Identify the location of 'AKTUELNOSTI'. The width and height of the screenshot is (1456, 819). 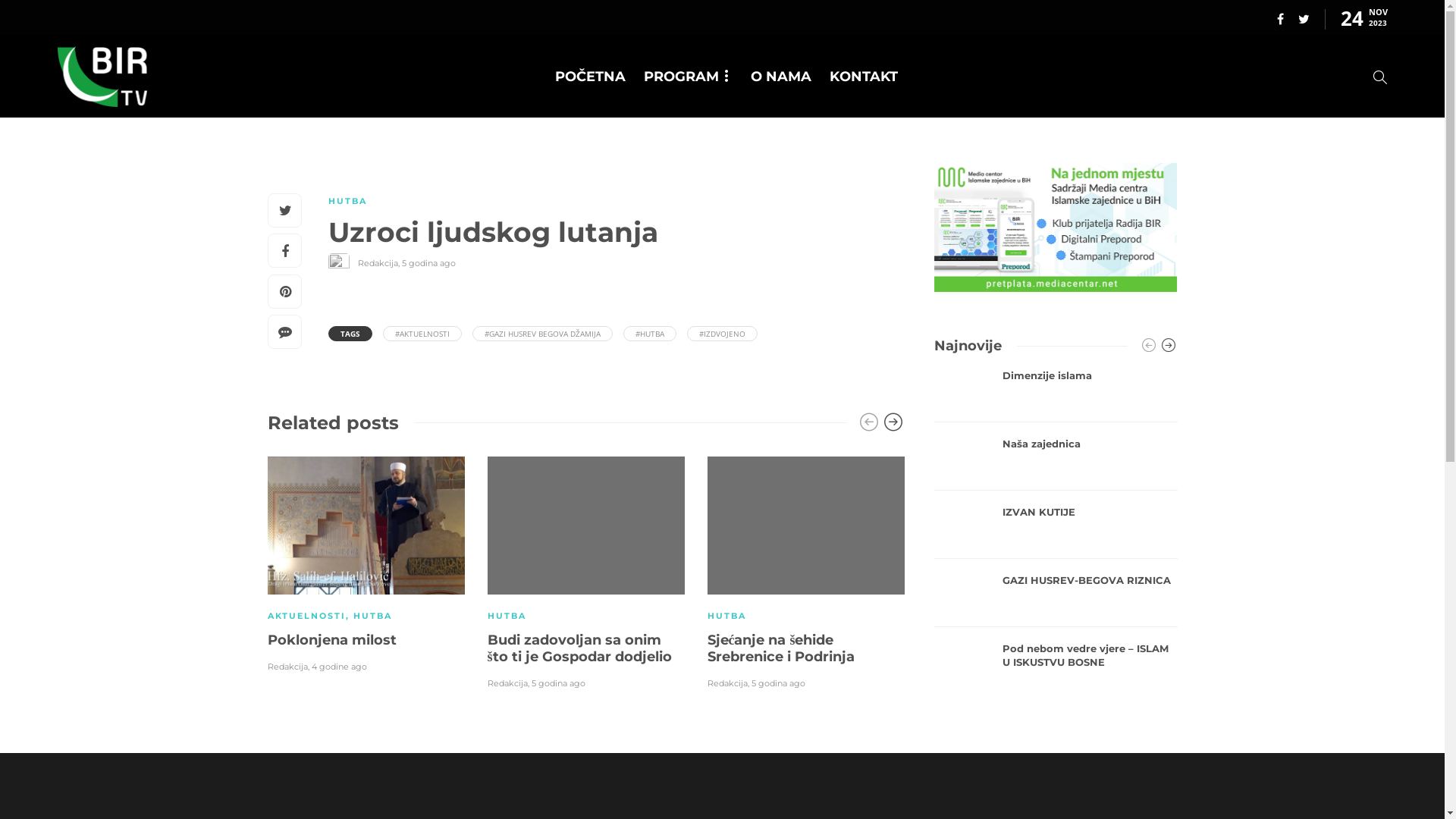
(305, 616).